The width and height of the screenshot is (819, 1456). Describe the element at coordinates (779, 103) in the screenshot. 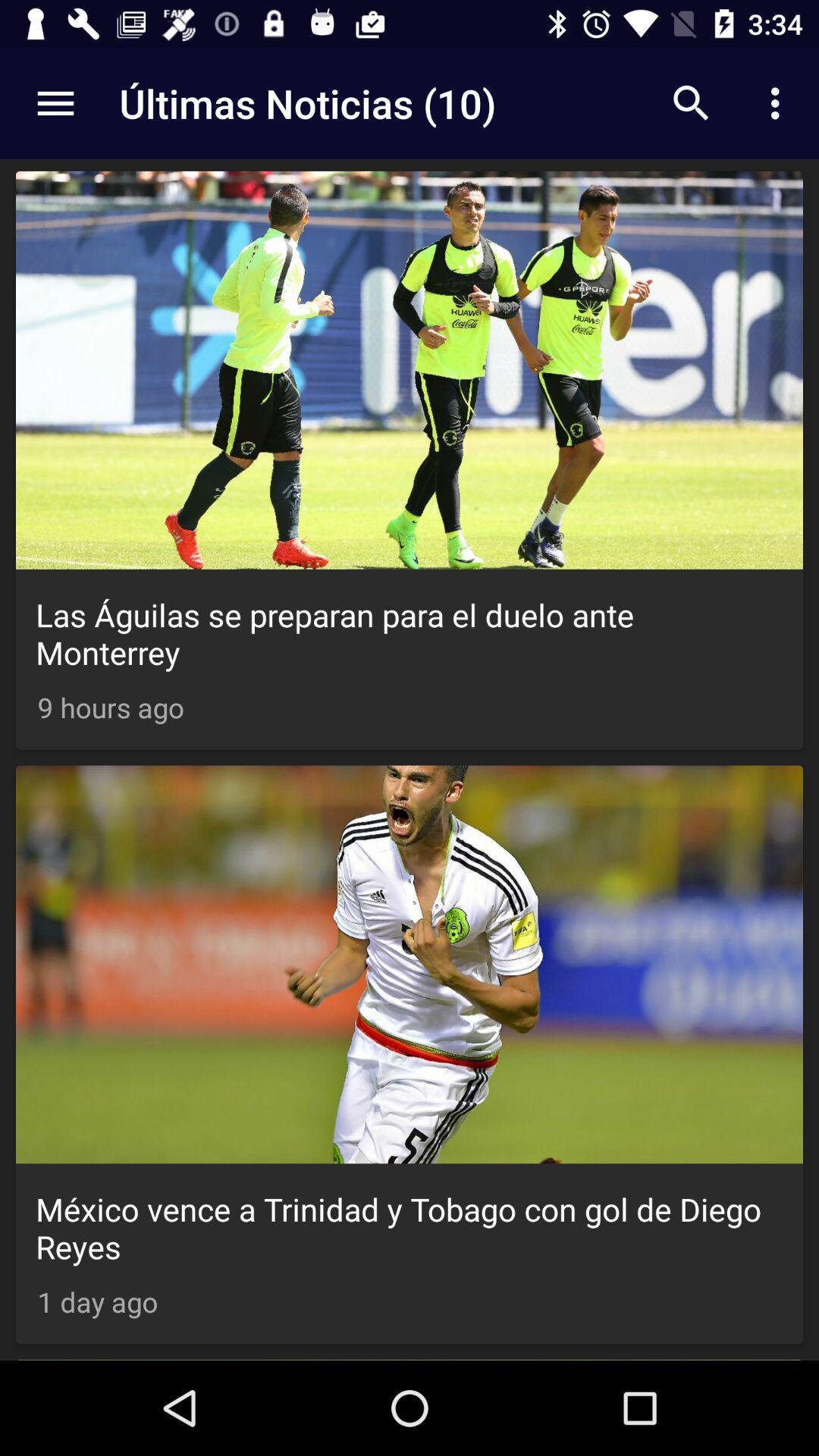

I see `the button beside search icon` at that location.